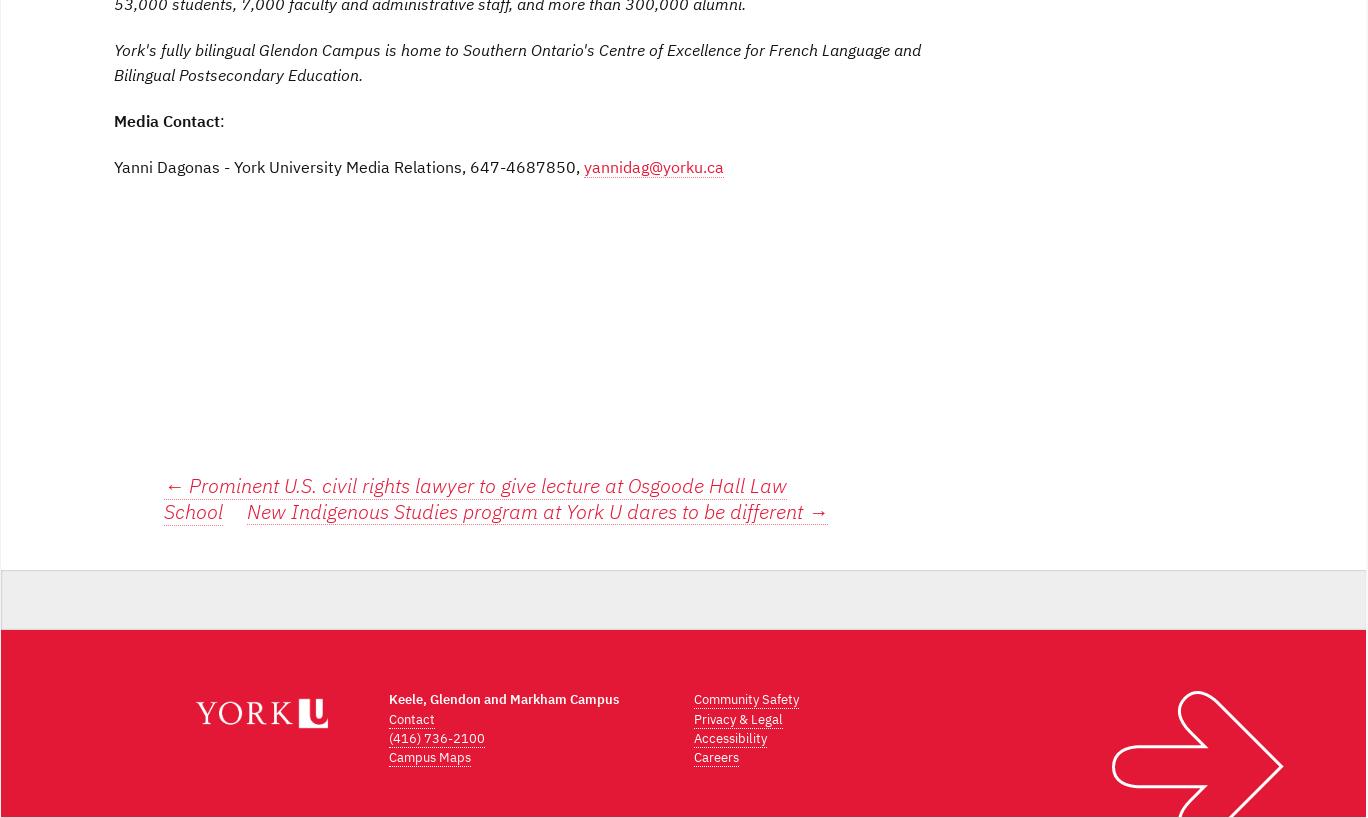  I want to click on 'York's fully bilingual Glendon Campus is home to Southern Ontario's Centre of Excellence for French Language and Bilingual Postsecondary Education.', so click(113, 61).